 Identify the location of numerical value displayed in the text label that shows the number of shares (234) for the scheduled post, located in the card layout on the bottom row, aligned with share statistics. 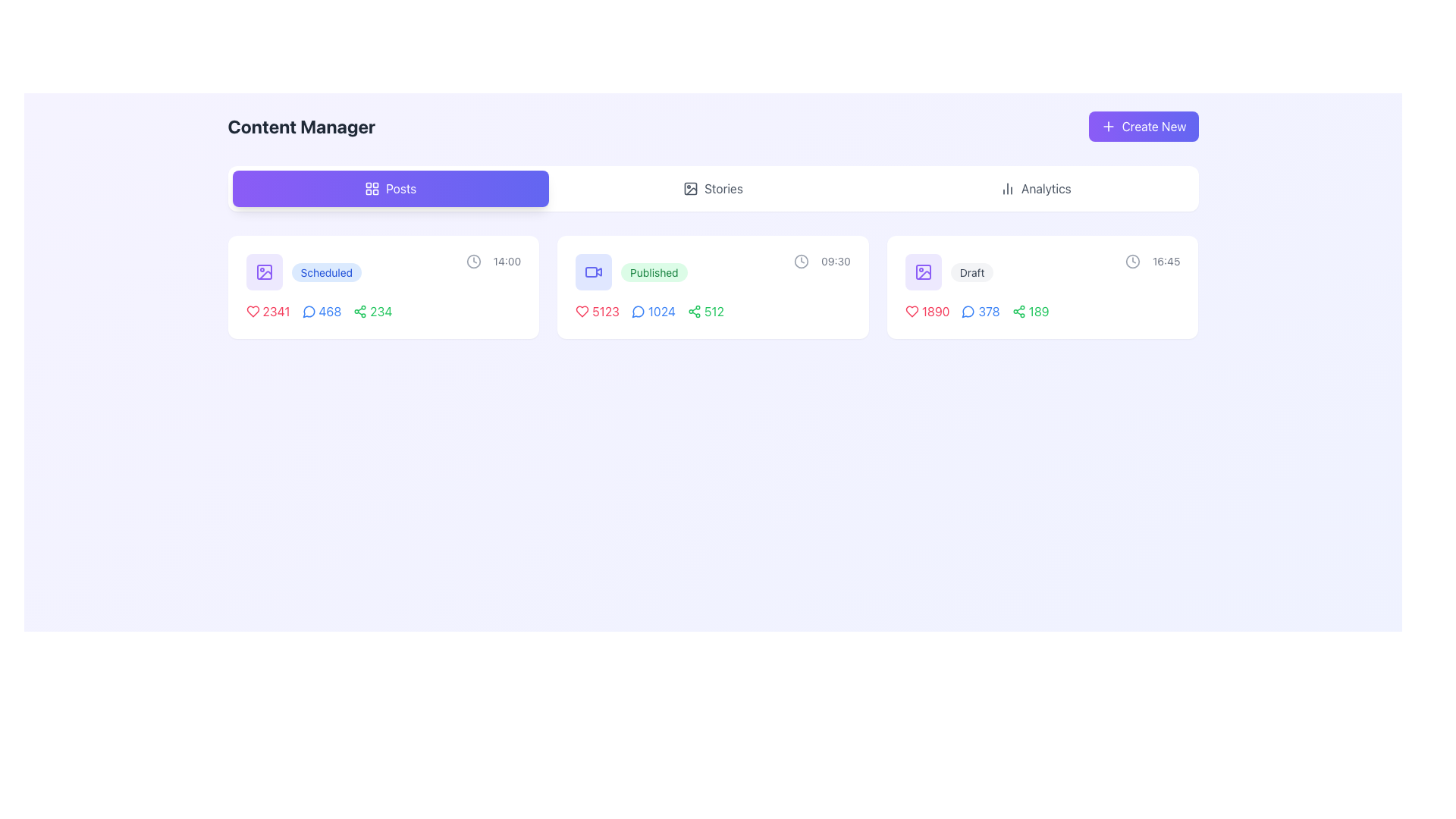
(381, 311).